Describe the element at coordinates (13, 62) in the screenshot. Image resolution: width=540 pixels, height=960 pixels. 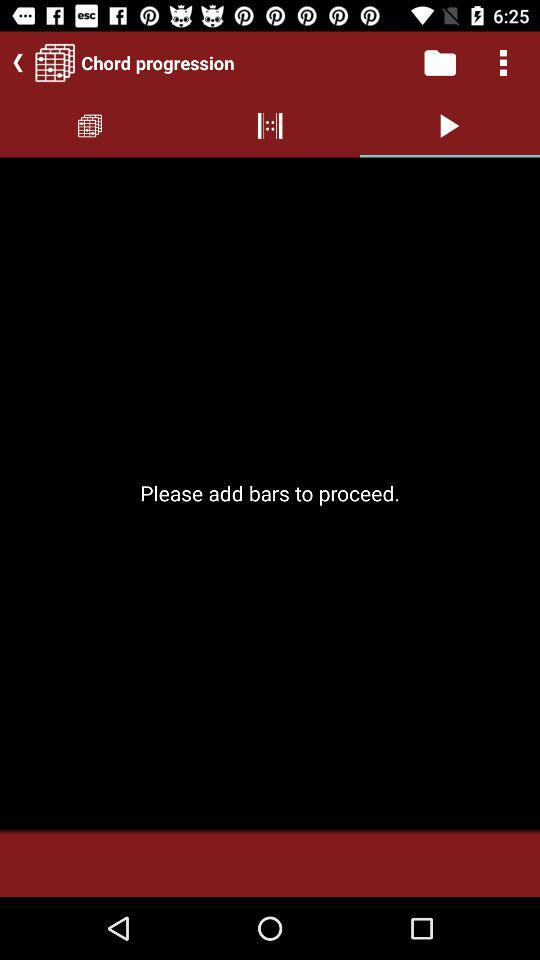
I see `the arrow_backward icon` at that location.